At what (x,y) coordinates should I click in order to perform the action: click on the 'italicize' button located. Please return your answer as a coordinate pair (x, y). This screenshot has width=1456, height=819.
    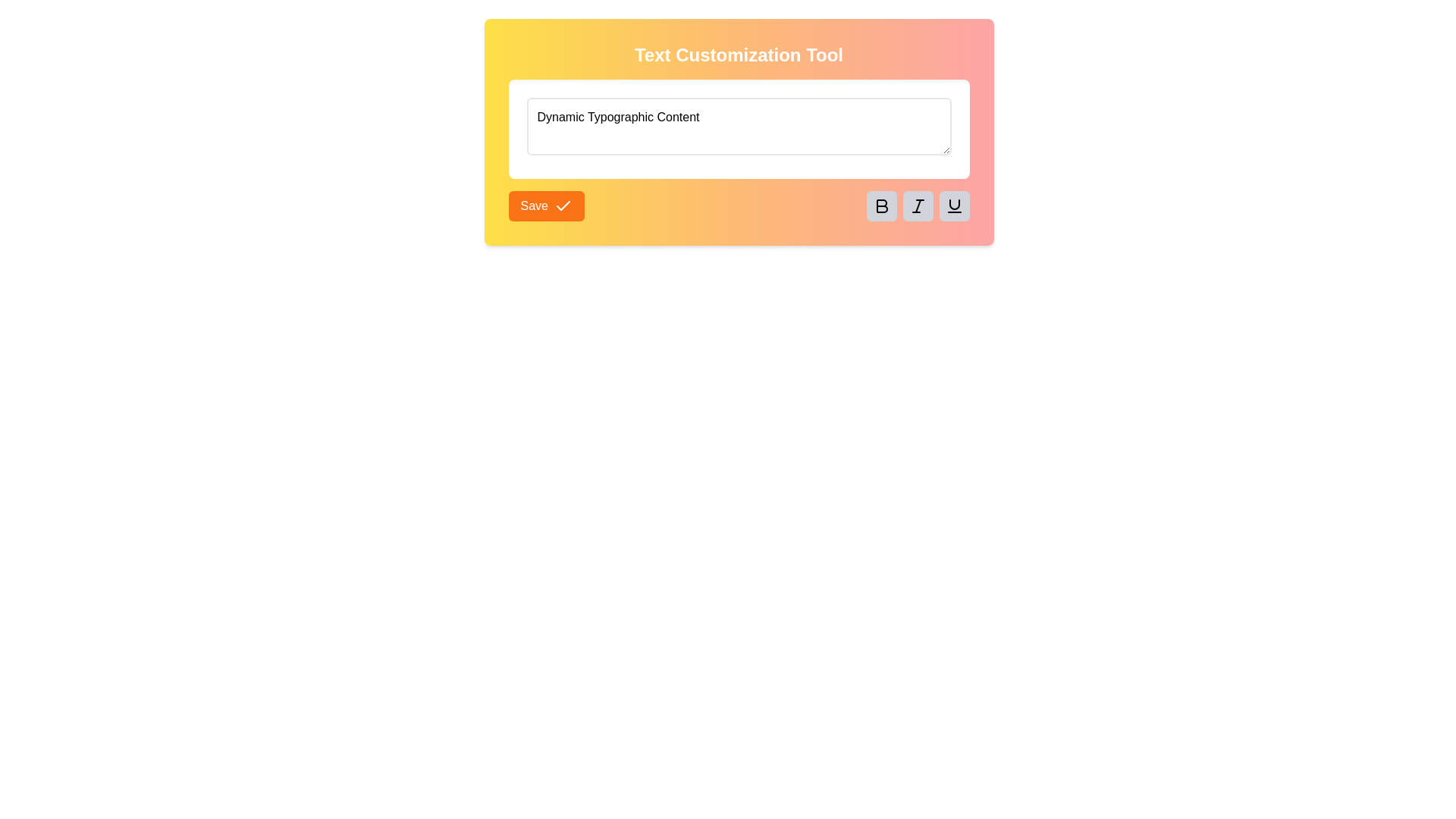
    Looking at the image, I should click on (917, 206).